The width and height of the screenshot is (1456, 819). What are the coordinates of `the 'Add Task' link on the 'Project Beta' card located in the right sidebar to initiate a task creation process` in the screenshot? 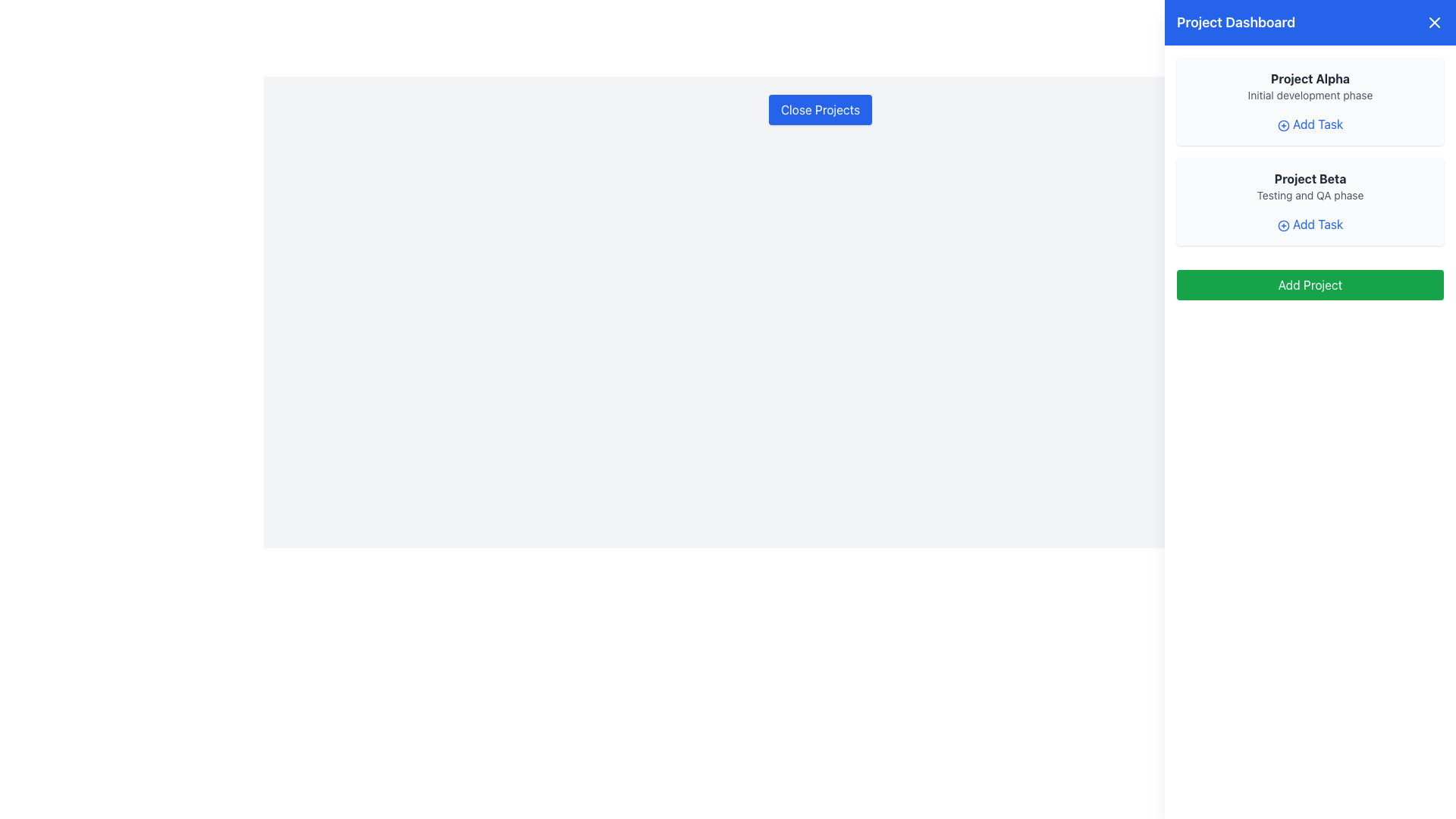 It's located at (1310, 201).